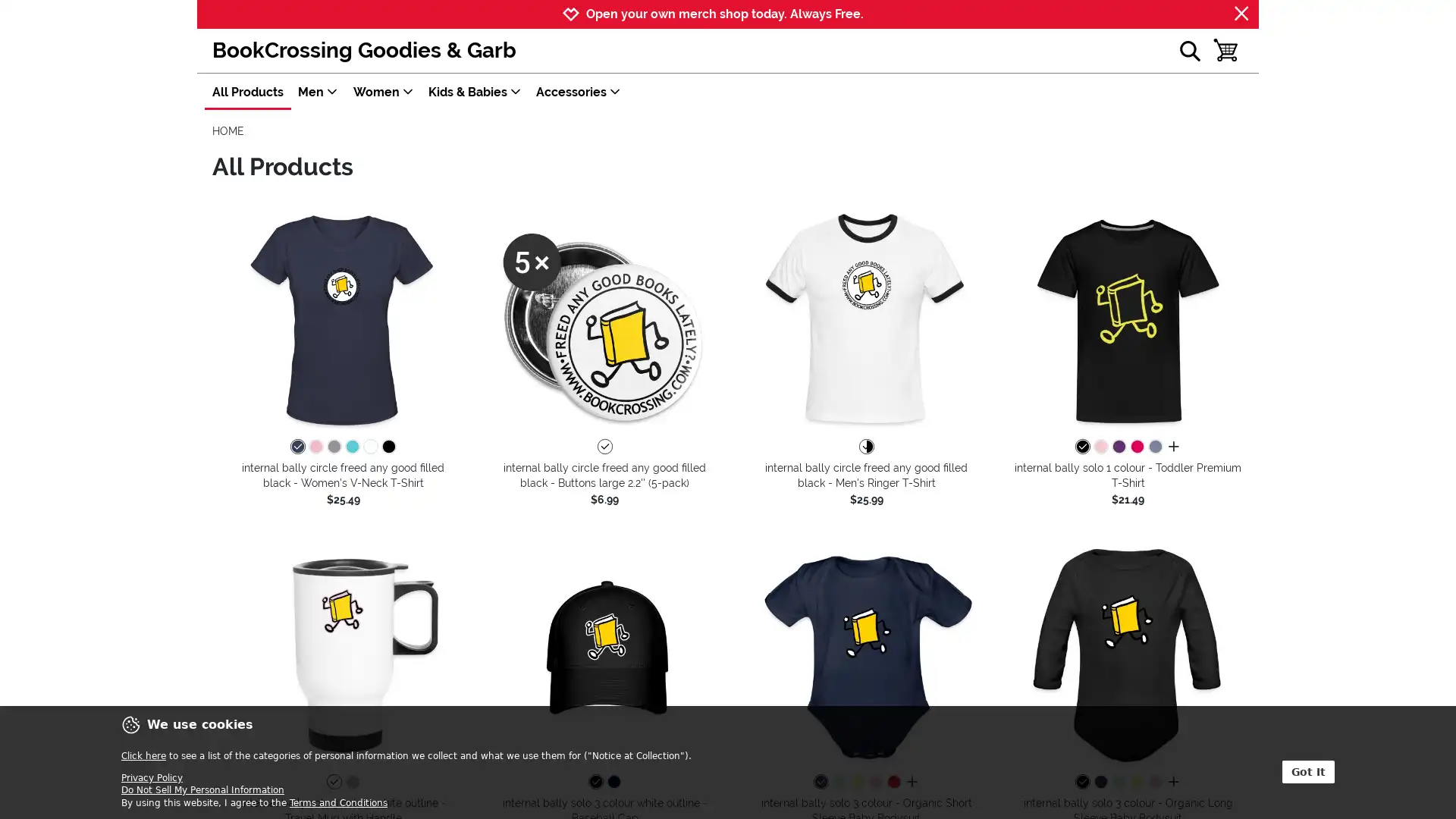 The height and width of the screenshot is (819, 1456). I want to click on pink, so click(315, 447).